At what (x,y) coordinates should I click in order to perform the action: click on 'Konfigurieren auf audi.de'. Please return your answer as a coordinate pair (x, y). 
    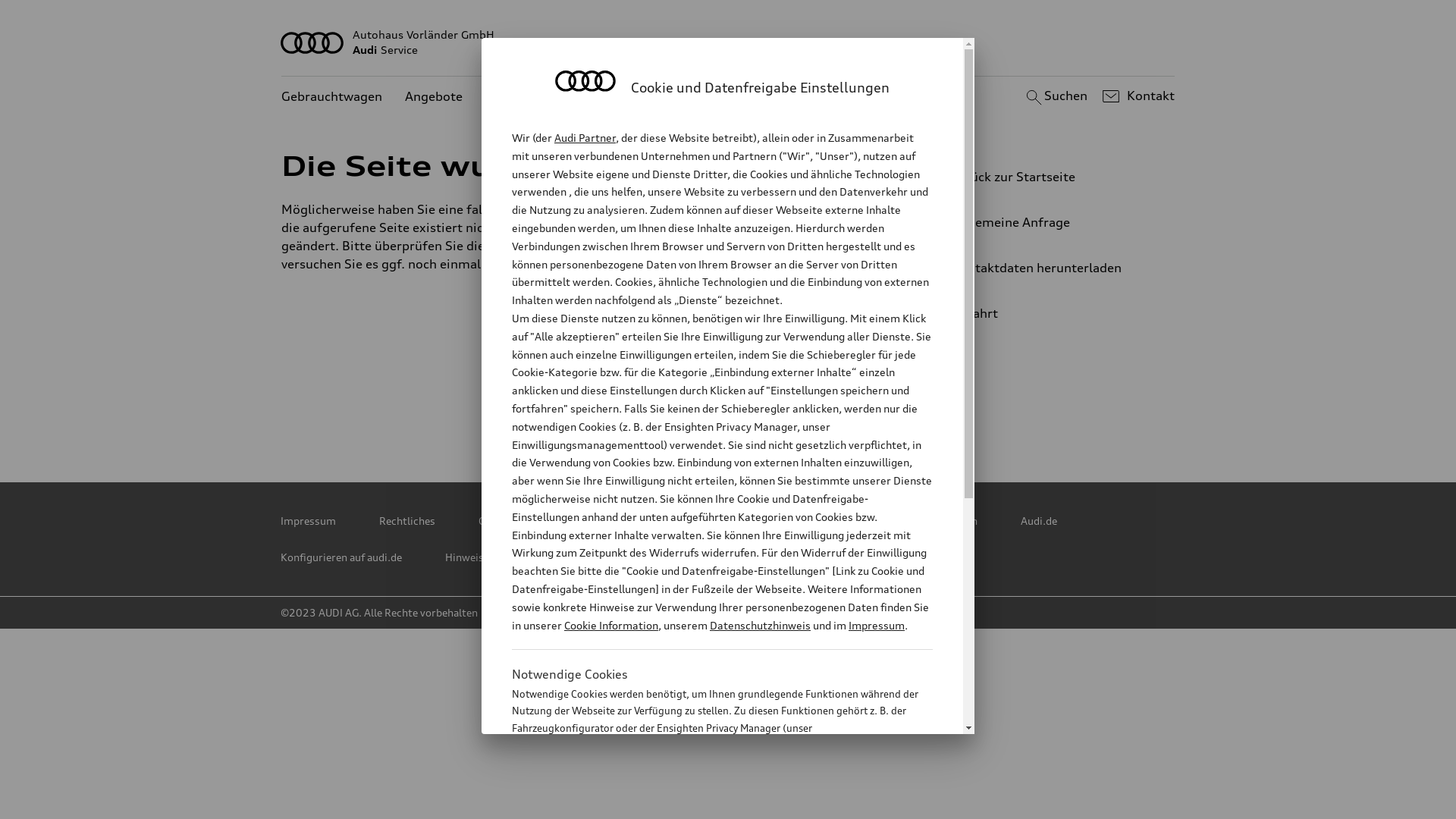
    Looking at the image, I should click on (340, 557).